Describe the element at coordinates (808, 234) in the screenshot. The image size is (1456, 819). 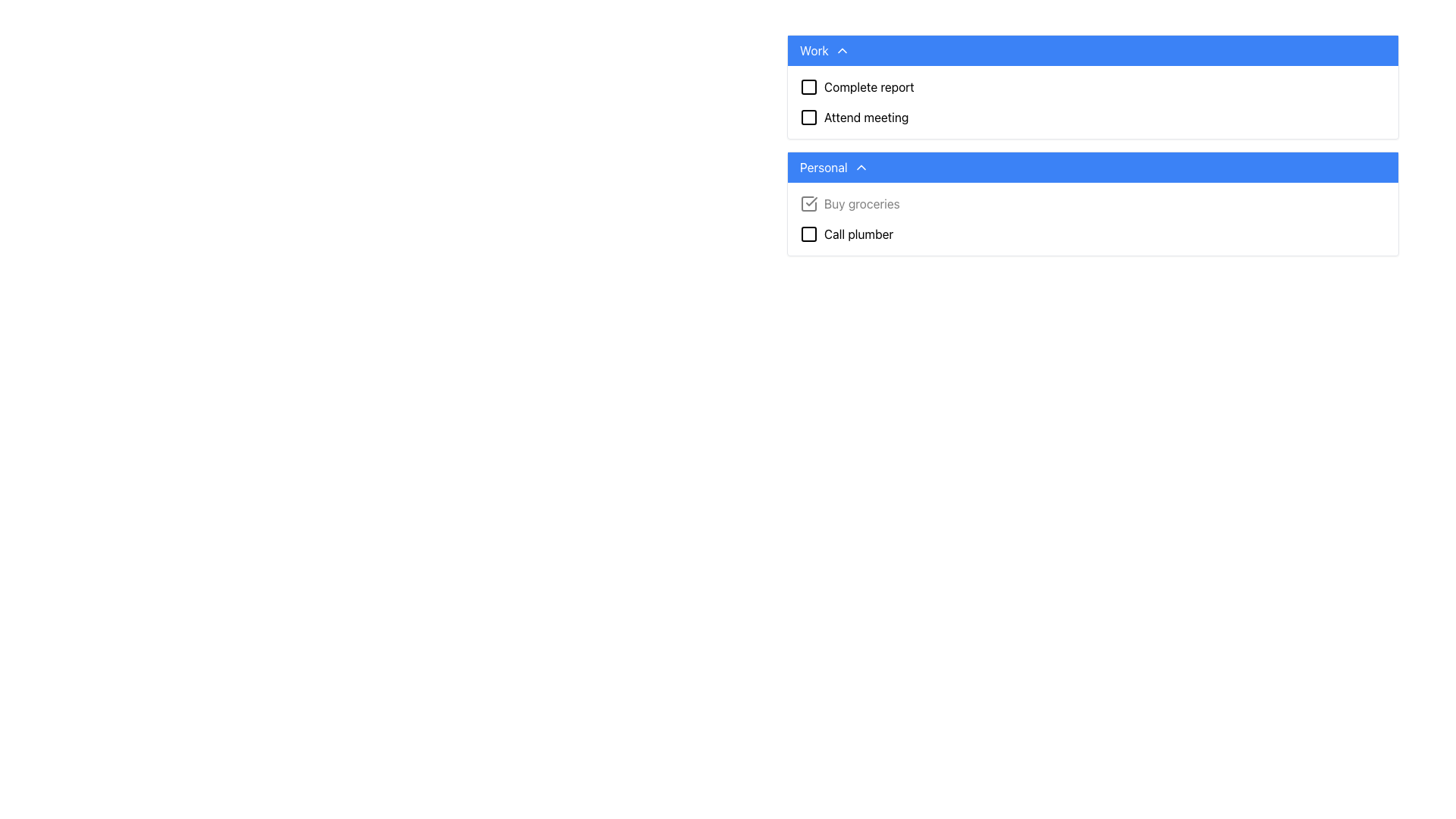
I see `the button that represents the status of the task 'Call plumber' in the second task list under the 'Personal' category` at that location.